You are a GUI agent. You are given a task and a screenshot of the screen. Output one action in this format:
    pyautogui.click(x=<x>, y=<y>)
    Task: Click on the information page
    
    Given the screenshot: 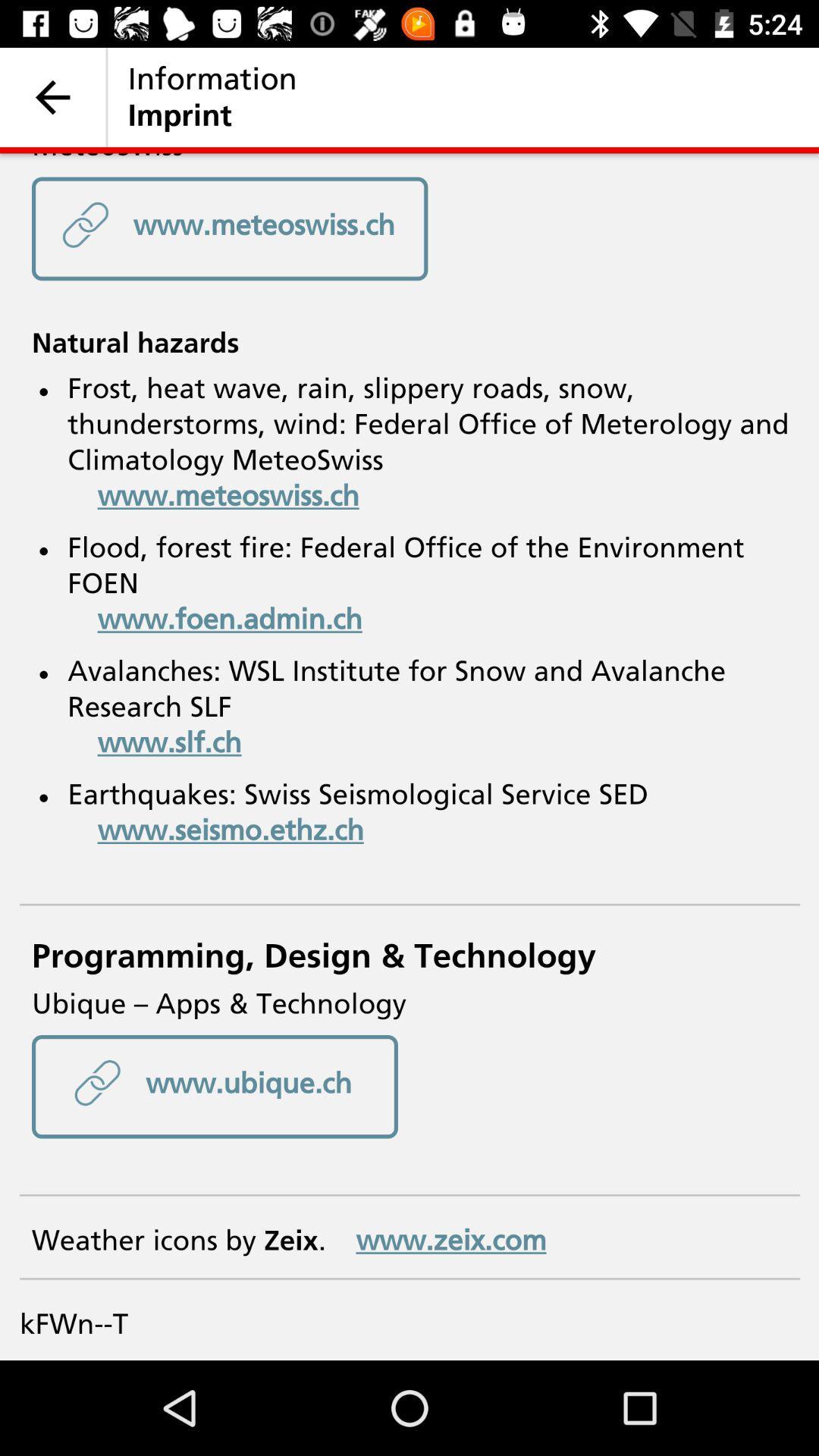 What is the action you would take?
    pyautogui.click(x=409, y=757)
    